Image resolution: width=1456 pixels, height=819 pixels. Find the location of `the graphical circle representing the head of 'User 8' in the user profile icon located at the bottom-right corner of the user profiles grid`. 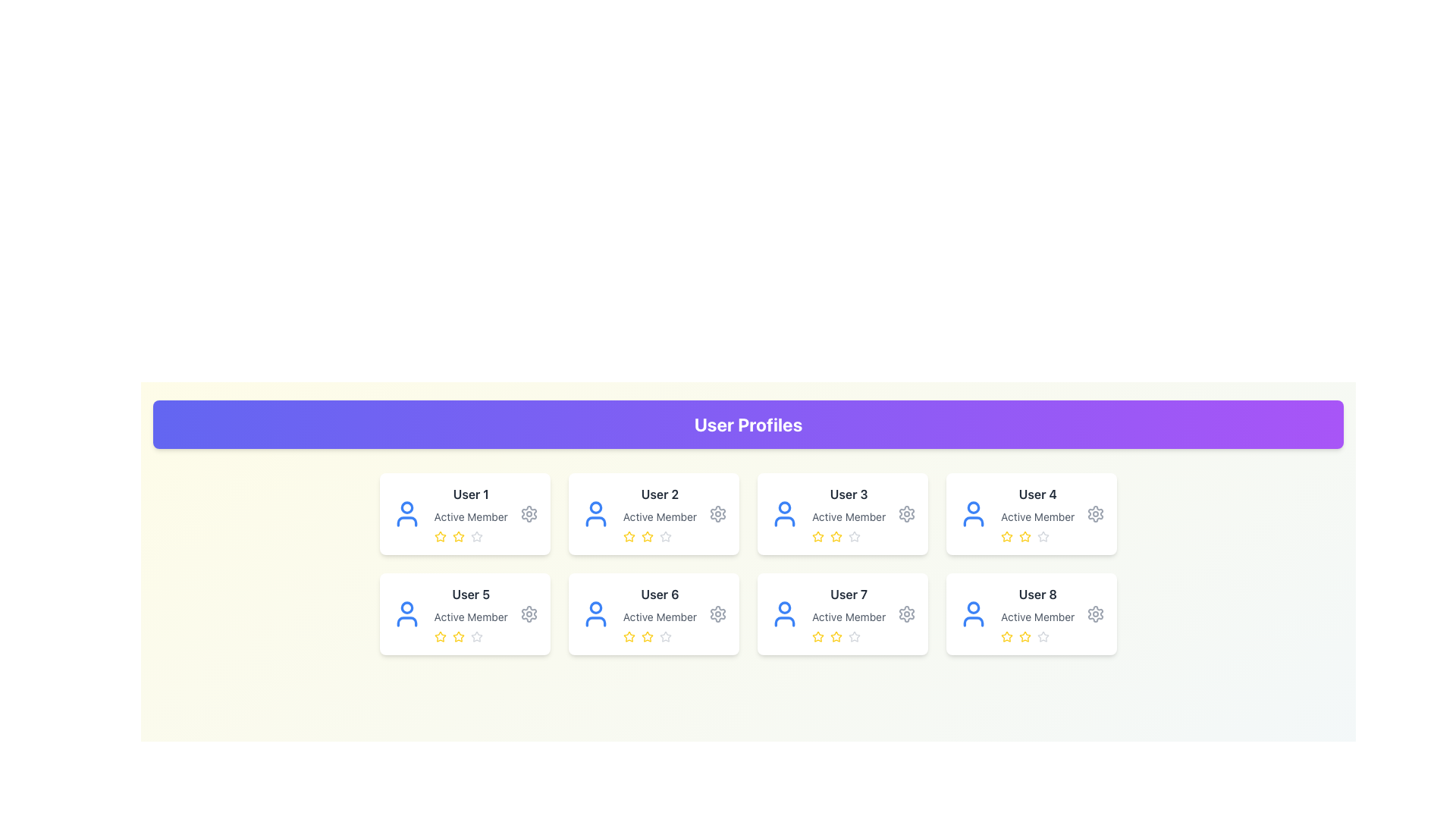

the graphical circle representing the head of 'User 8' in the user profile icon located at the bottom-right corner of the user profiles grid is located at coordinates (974, 607).